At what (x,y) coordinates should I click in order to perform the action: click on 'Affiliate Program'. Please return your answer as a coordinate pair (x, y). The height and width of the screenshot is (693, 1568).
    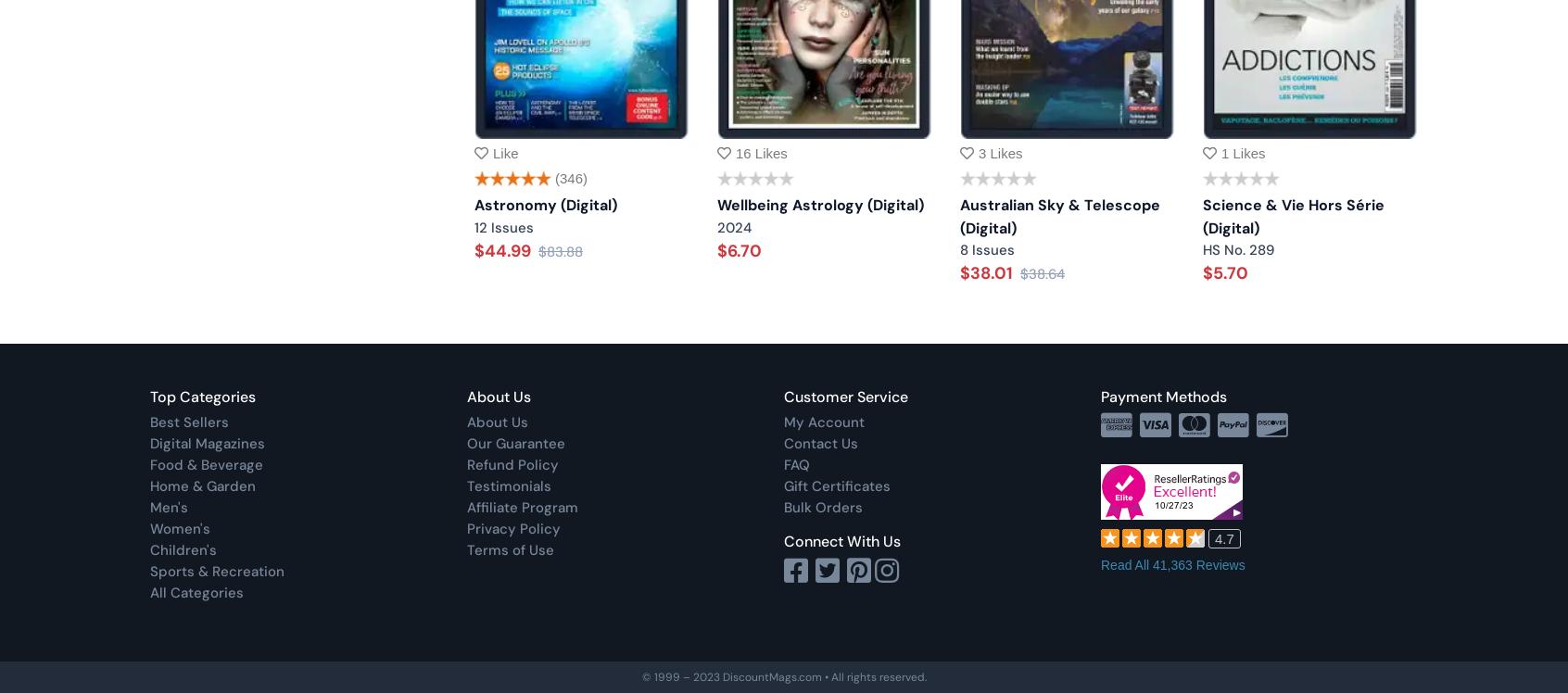
    Looking at the image, I should click on (522, 506).